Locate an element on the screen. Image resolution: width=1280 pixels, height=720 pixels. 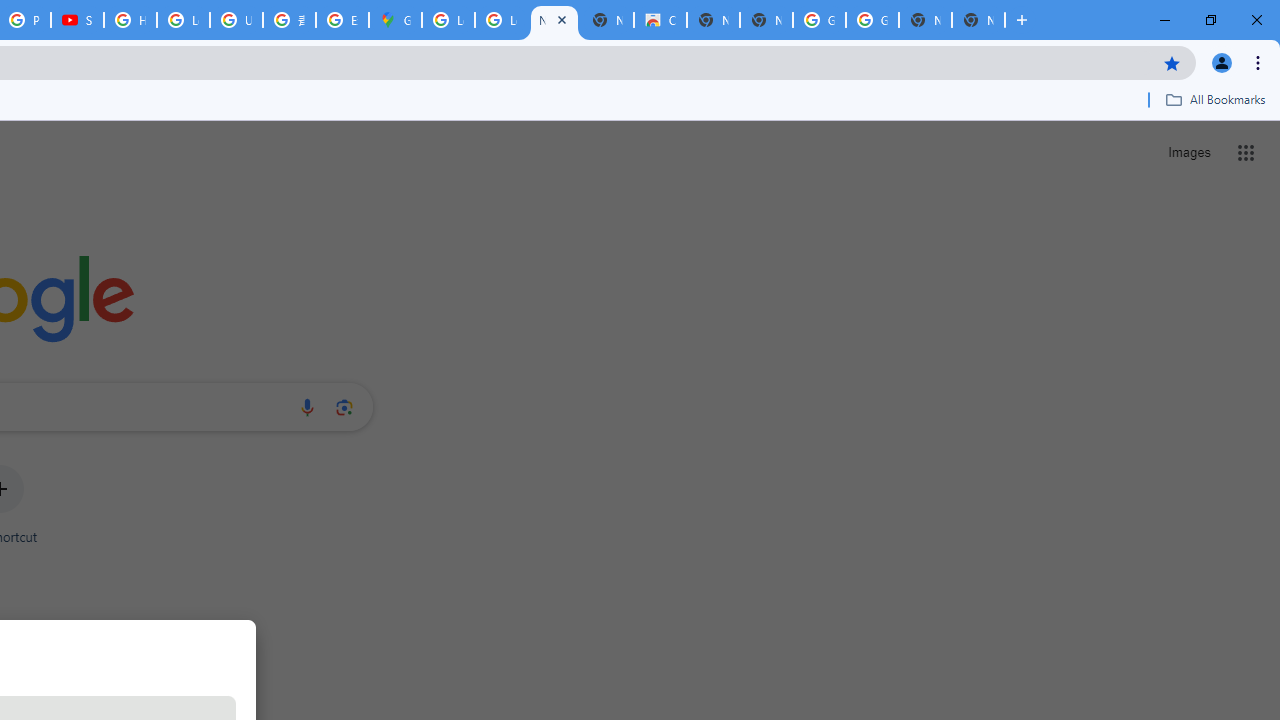
'Google Images' is located at coordinates (819, 20).